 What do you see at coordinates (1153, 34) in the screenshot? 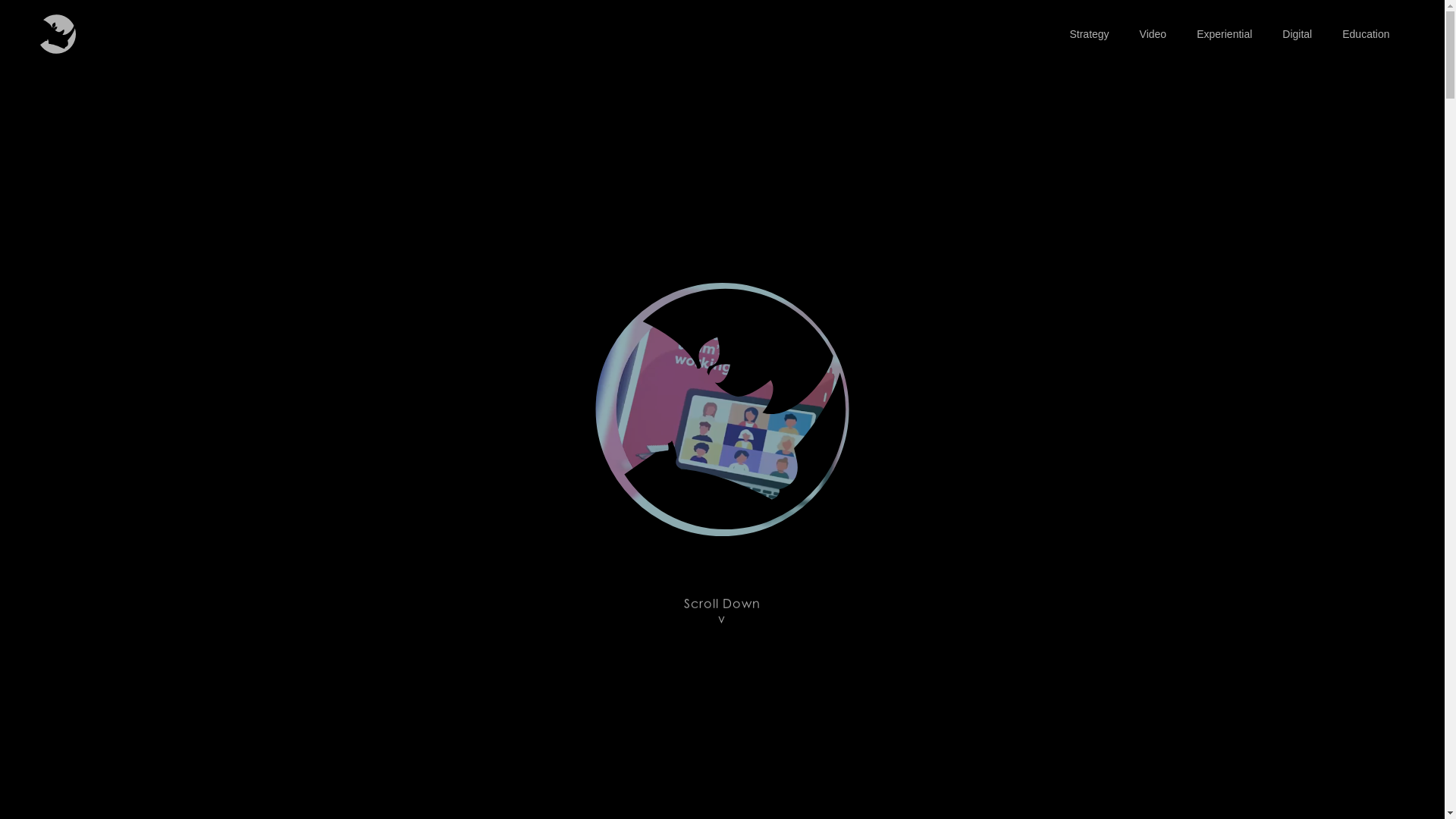
I see `'Video'` at bounding box center [1153, 34].